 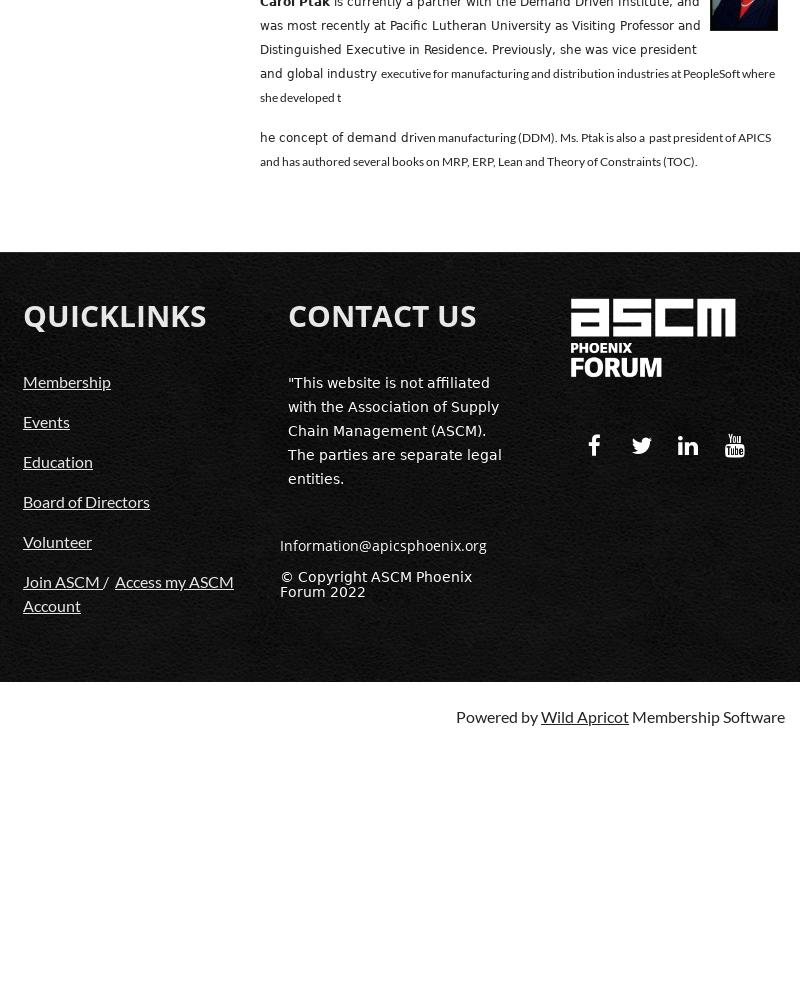 I want to click on '© Copyright ASCM Phoenix Forum 2022', so click(x=279, y=582).